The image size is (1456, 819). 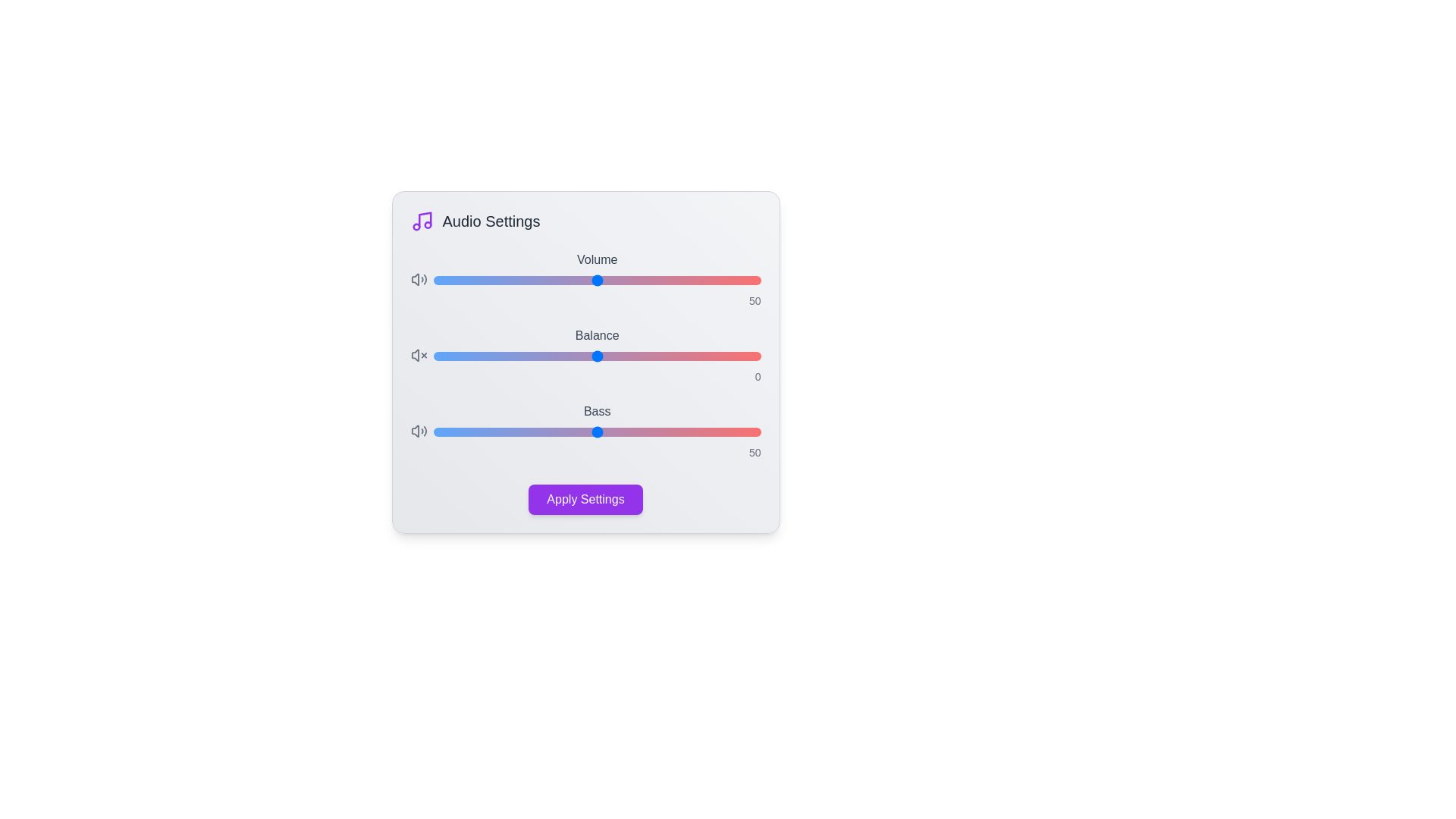 I want to click on the 'Volume' slider to set the volume level to 13, so click(x=475, y=281).